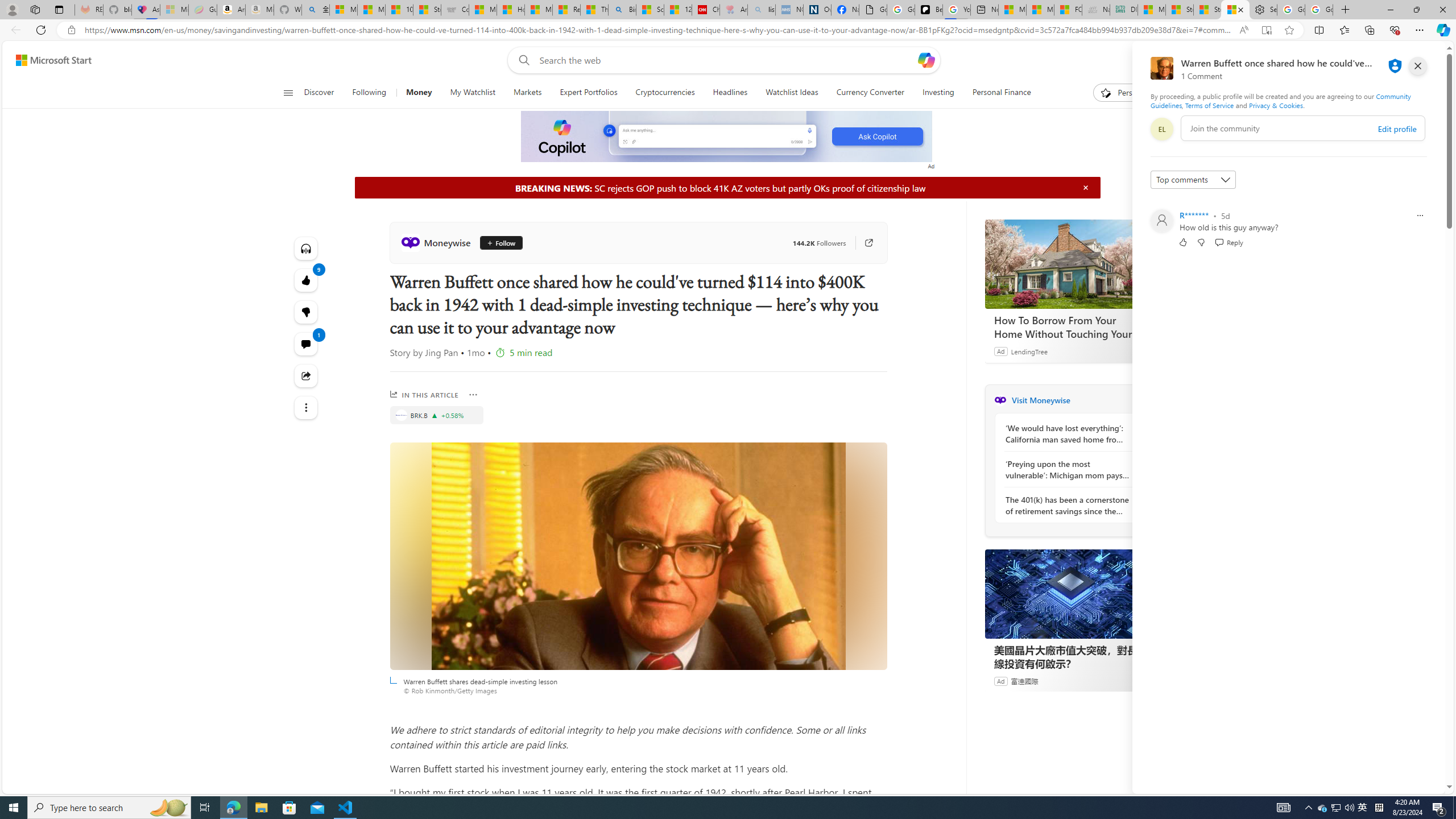 Image resolution: width=1456 pixels, height=819 pixels. Describe the element at coordinates (287, 92) in the screenshot. I see `'Open navigation menu'` at that location.